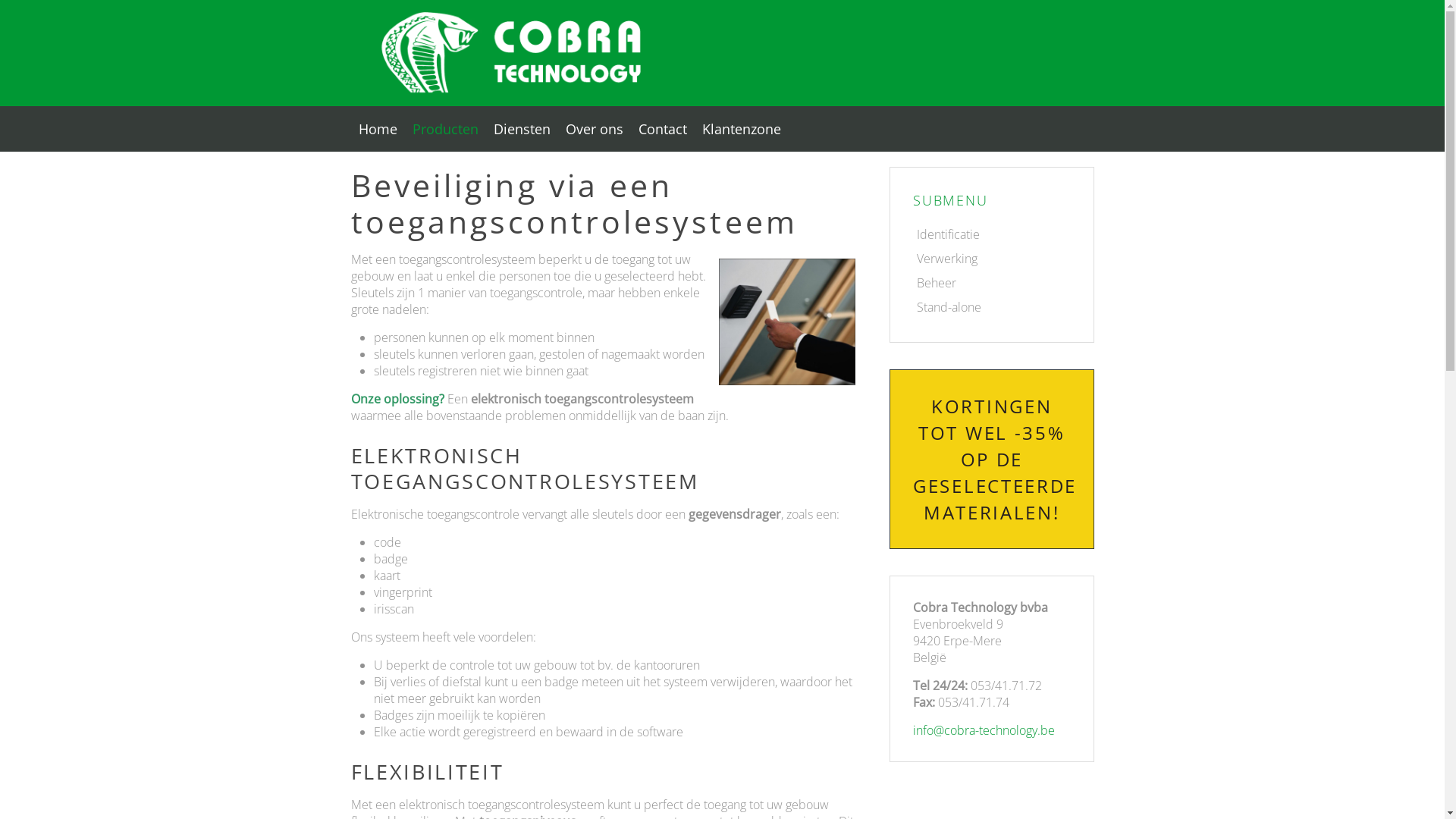 The width and height of the screenshot is (1456, 819). Describe the element at coordinates (992, 693) in the screenshot. I see `'Tel 24/24: 053/41.71.72` at that location.